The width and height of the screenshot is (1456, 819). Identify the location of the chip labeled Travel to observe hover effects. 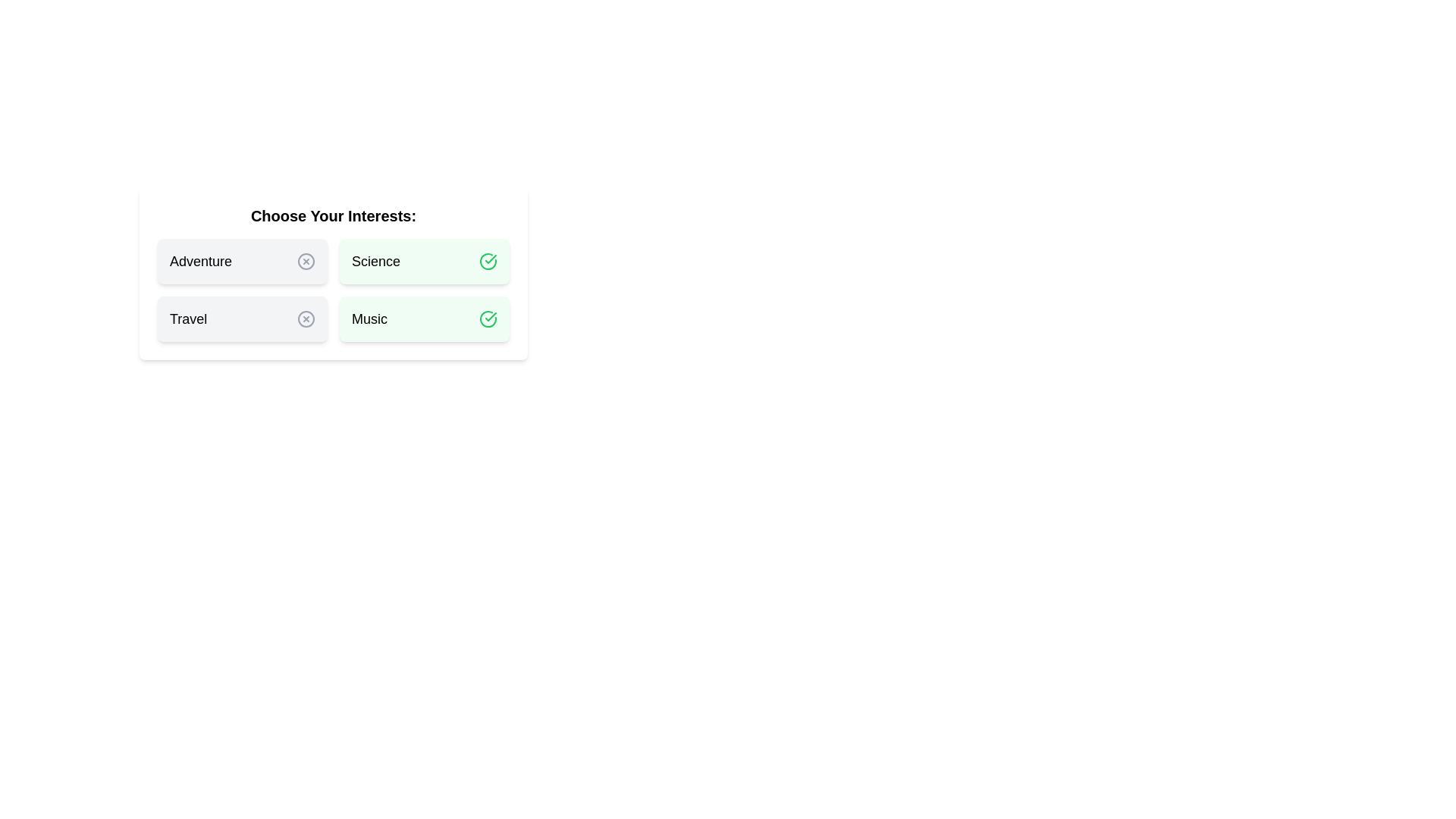
(243, 318).